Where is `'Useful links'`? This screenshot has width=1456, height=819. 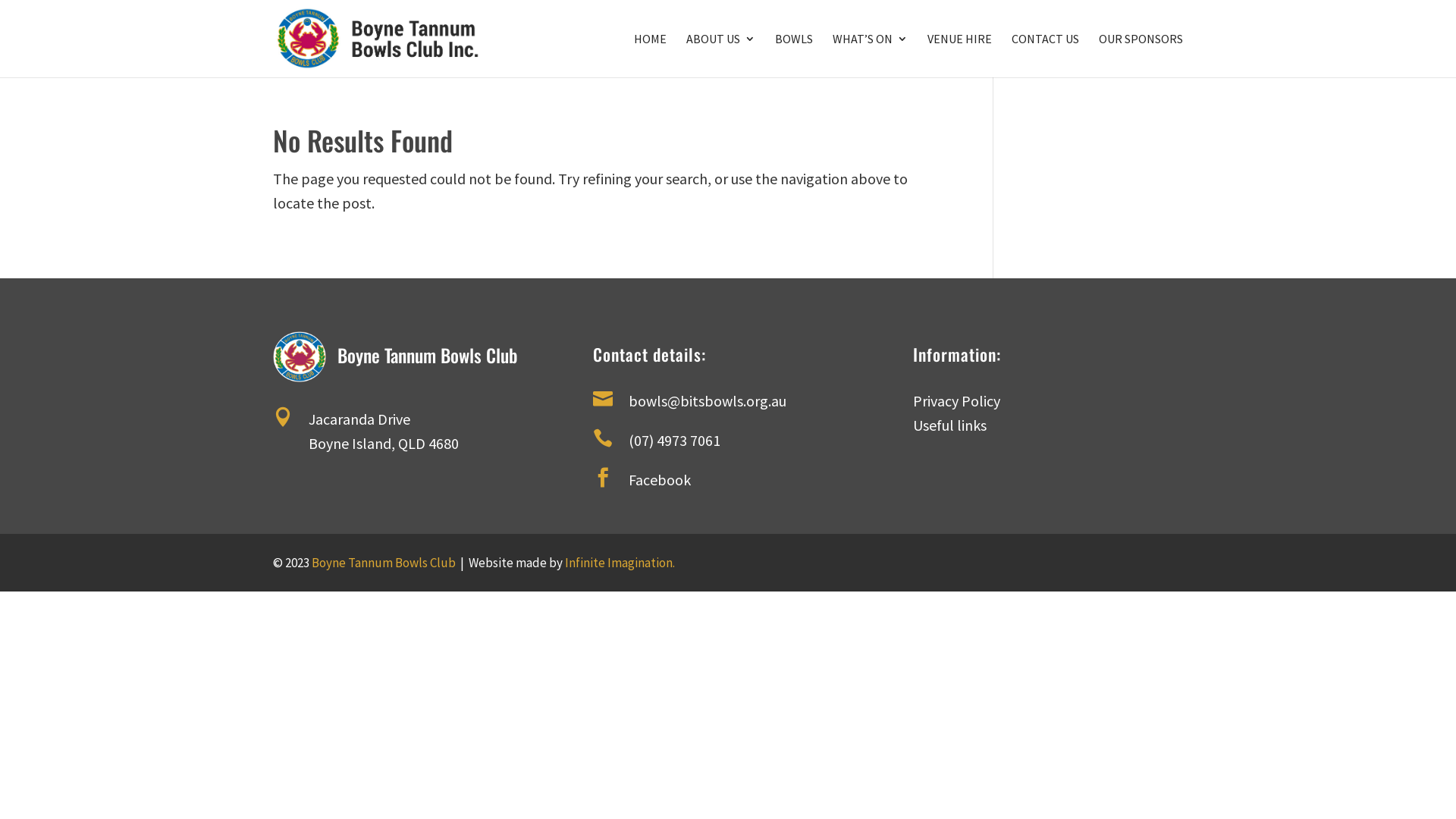 'Useful links' is located at coordinates (912, 425).